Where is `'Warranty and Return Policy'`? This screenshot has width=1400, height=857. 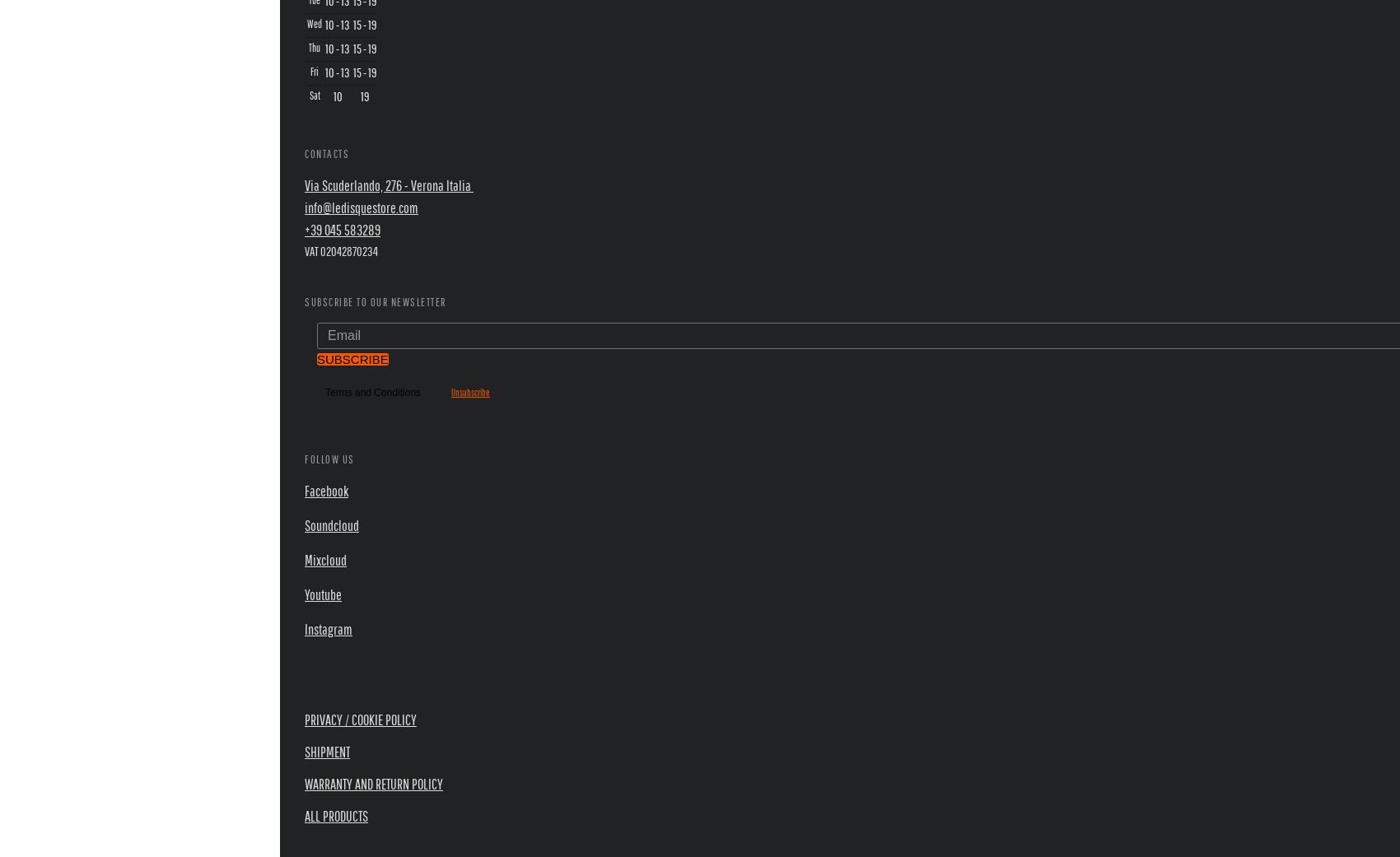 'Warranty and Return Policy' is located at coordinates (374, 784).